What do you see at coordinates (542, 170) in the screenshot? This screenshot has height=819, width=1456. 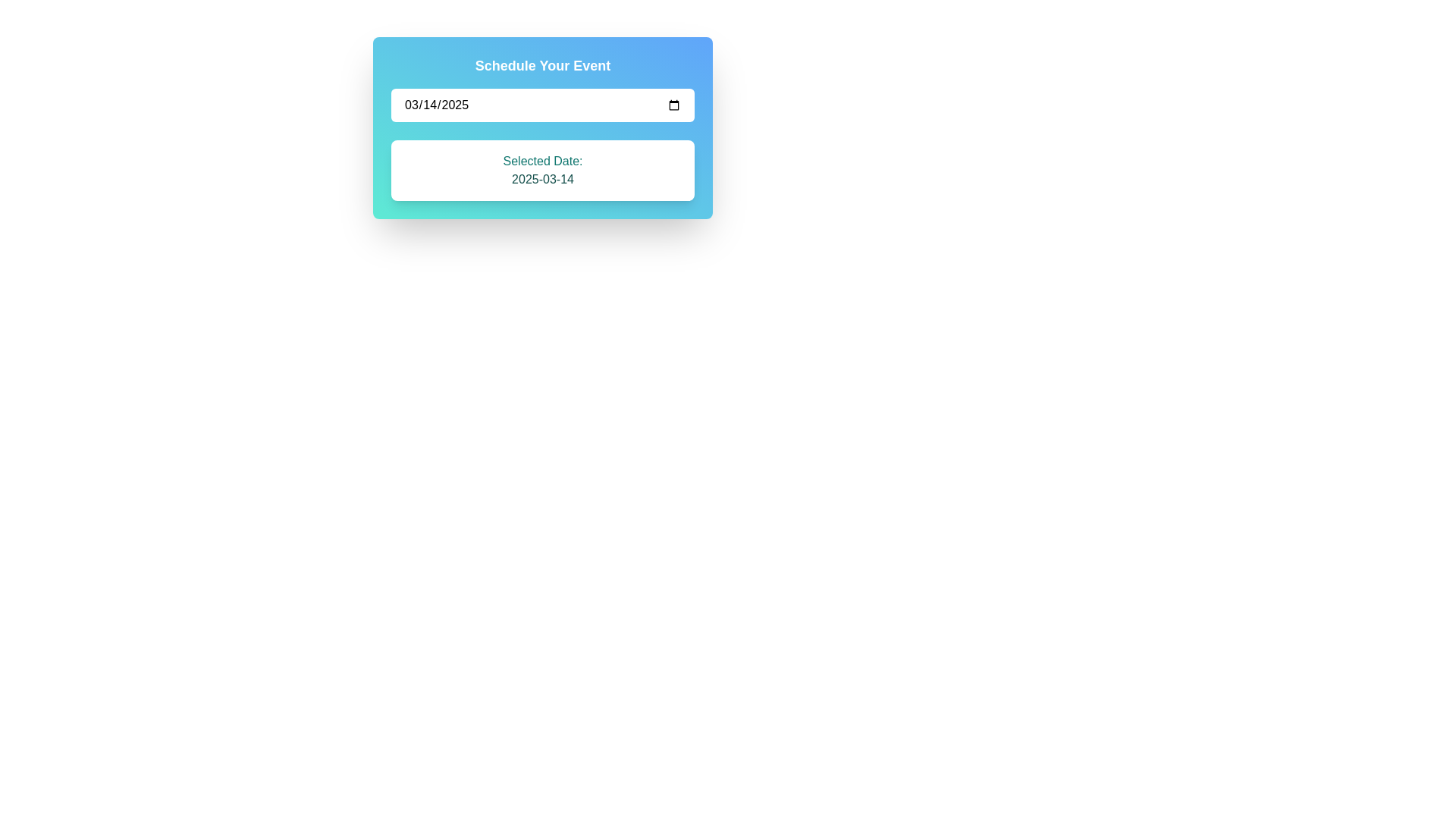 I see `the Static Display Box that displays the selected date, located below the date picker input field and titled 'Schedule Your Event'` at bounding box center [542, 170].